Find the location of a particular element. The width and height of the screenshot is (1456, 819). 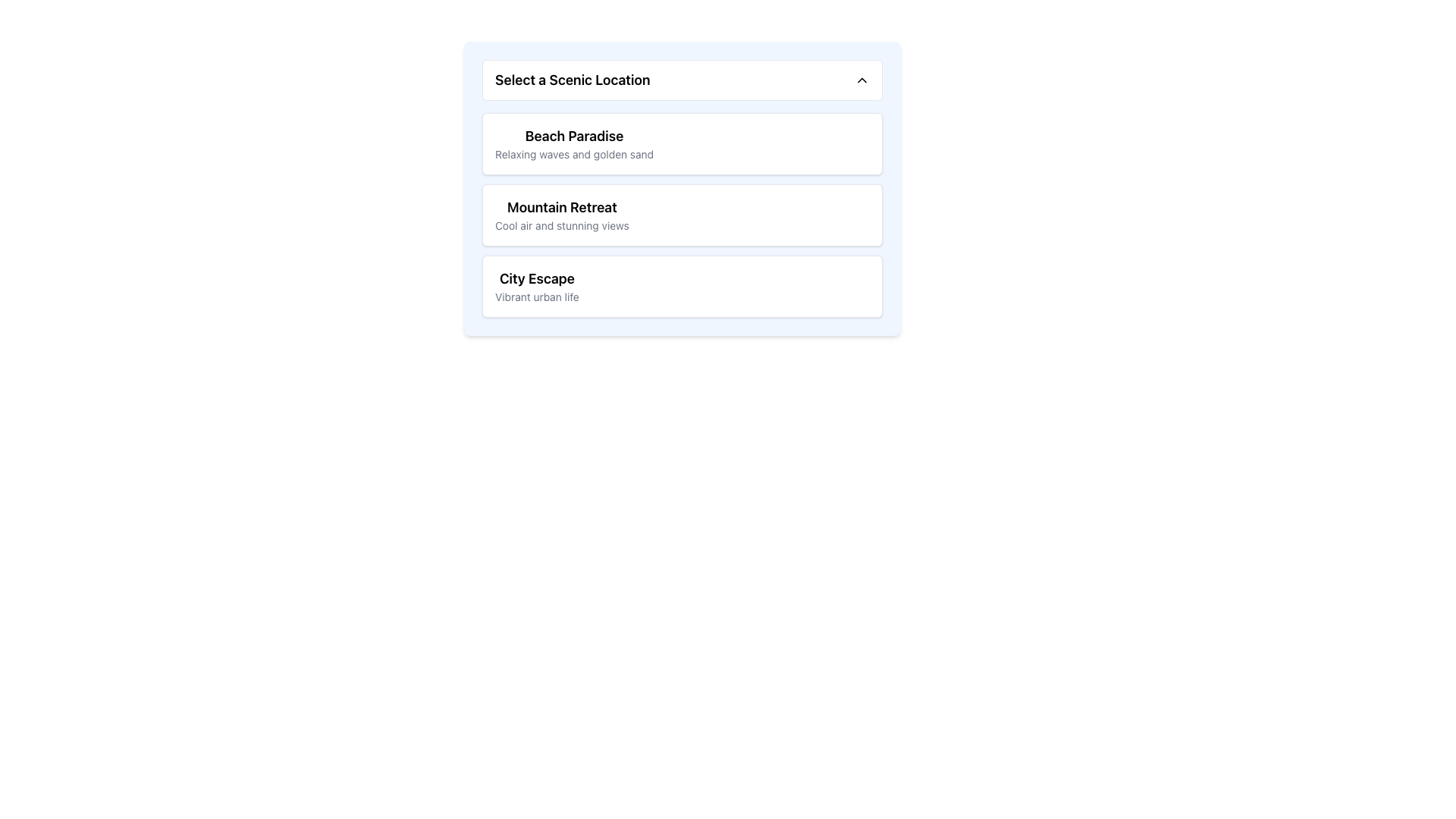

descriptive text of the Text label located under the title 'Select a Scenic Location' within the first option of the scenic location choices is located at coordinates (573, 143).